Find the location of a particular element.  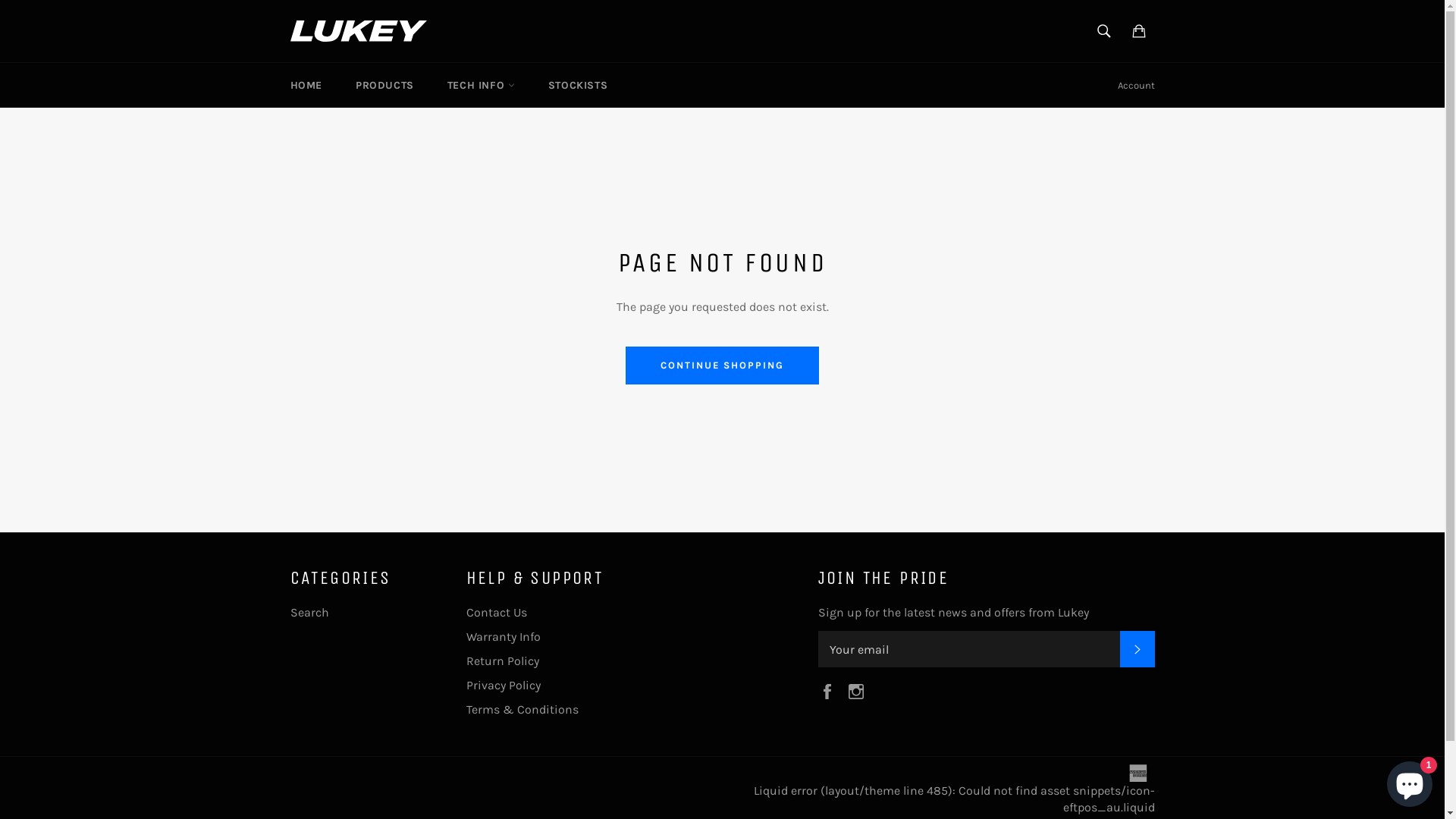

'Instagram' is located at coordinates (858, 690).